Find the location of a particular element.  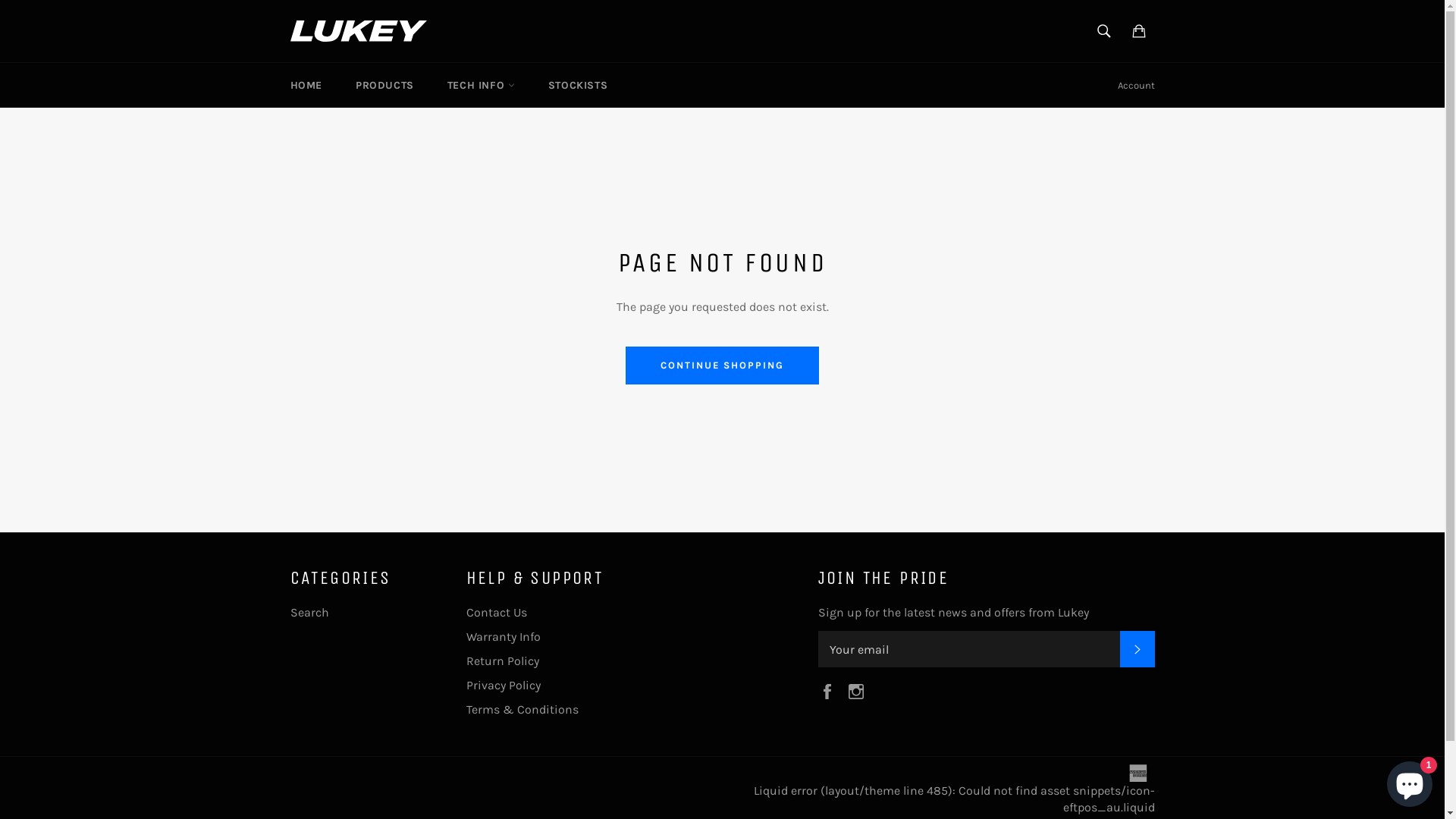

'Instagram' is located at coordinates (858, 690).